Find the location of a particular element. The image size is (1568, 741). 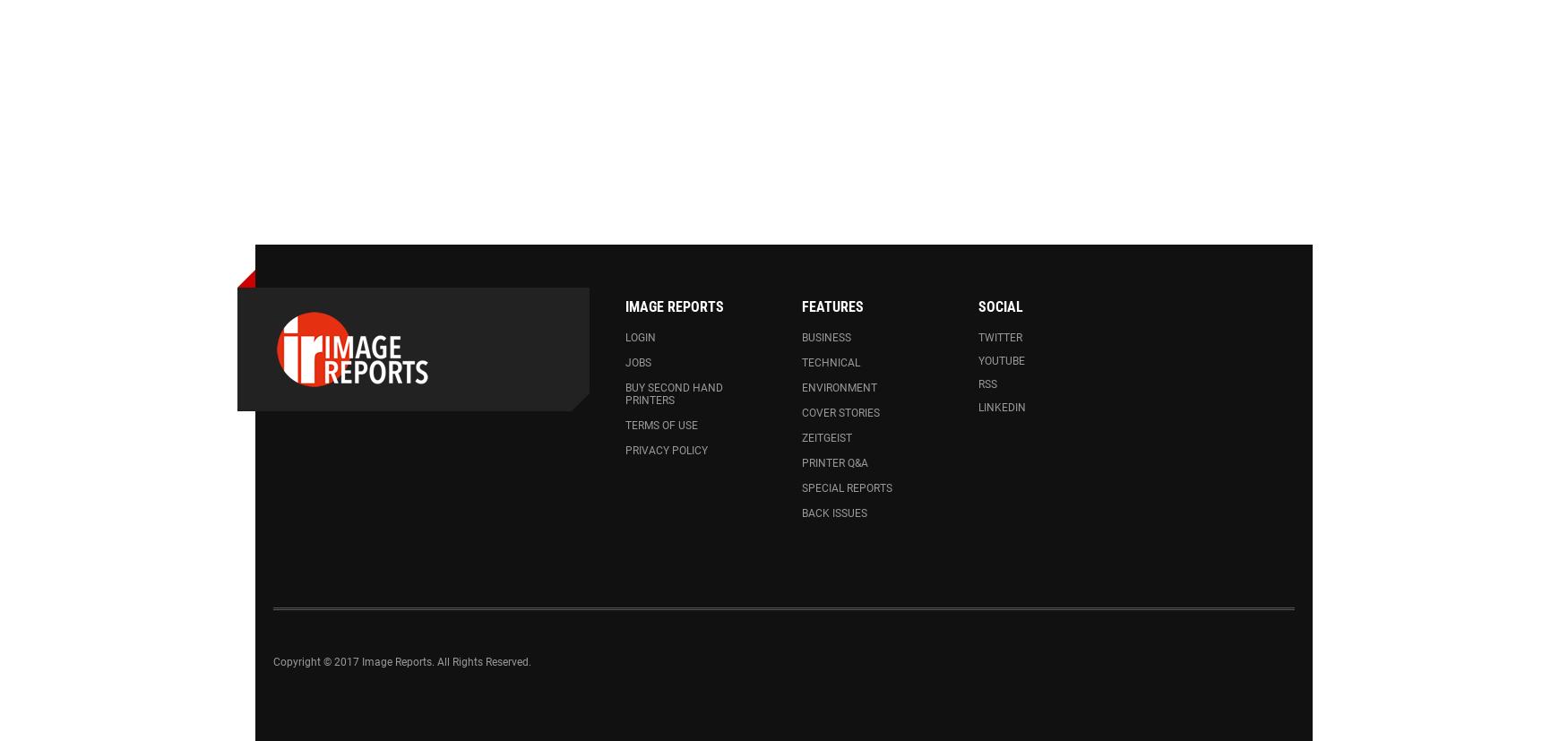

'LinkedIn' is located at coordinates (1001, 408).